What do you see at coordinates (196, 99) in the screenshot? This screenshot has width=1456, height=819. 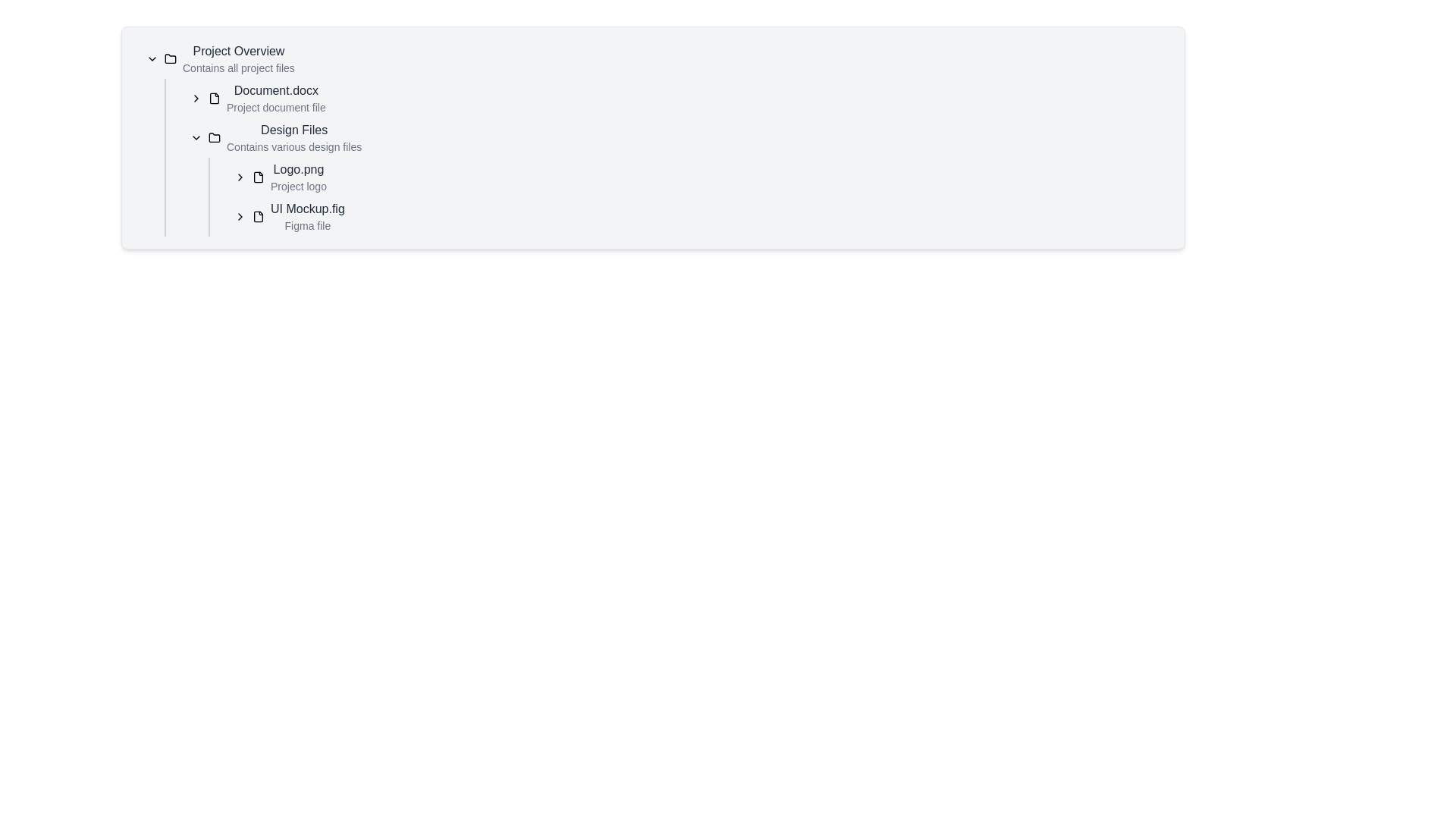 I see `the icon that serves as a navigation control for 'Document.docx' to trigger a tooltip or visual change` at bounding box center [196, 99].